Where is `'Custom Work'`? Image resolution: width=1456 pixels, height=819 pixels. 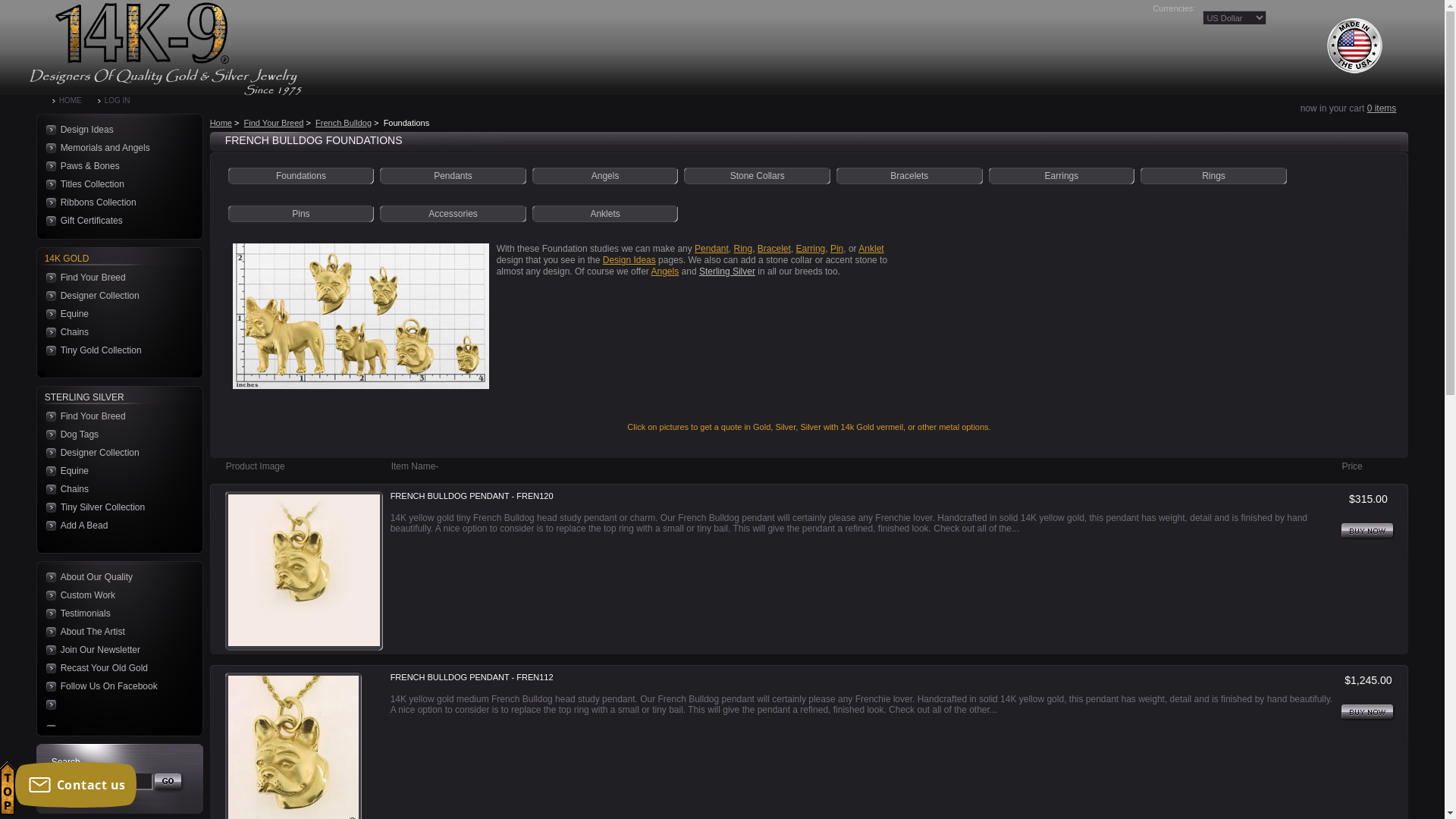 'Custom Work' is located at coordinates (115, 595).